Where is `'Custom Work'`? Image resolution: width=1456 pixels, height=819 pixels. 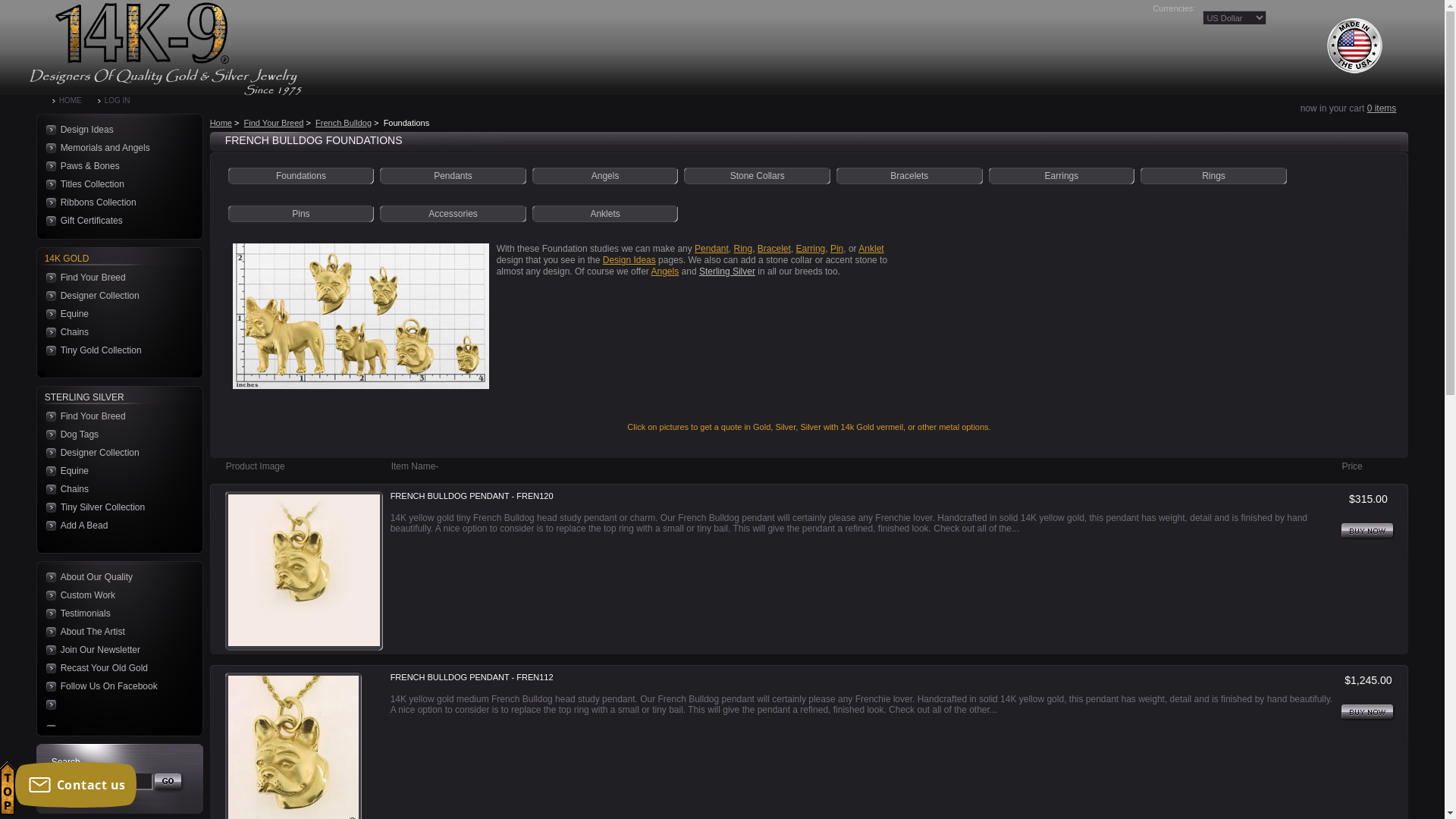 'Custom Work' is located at coordinates (115, 595).